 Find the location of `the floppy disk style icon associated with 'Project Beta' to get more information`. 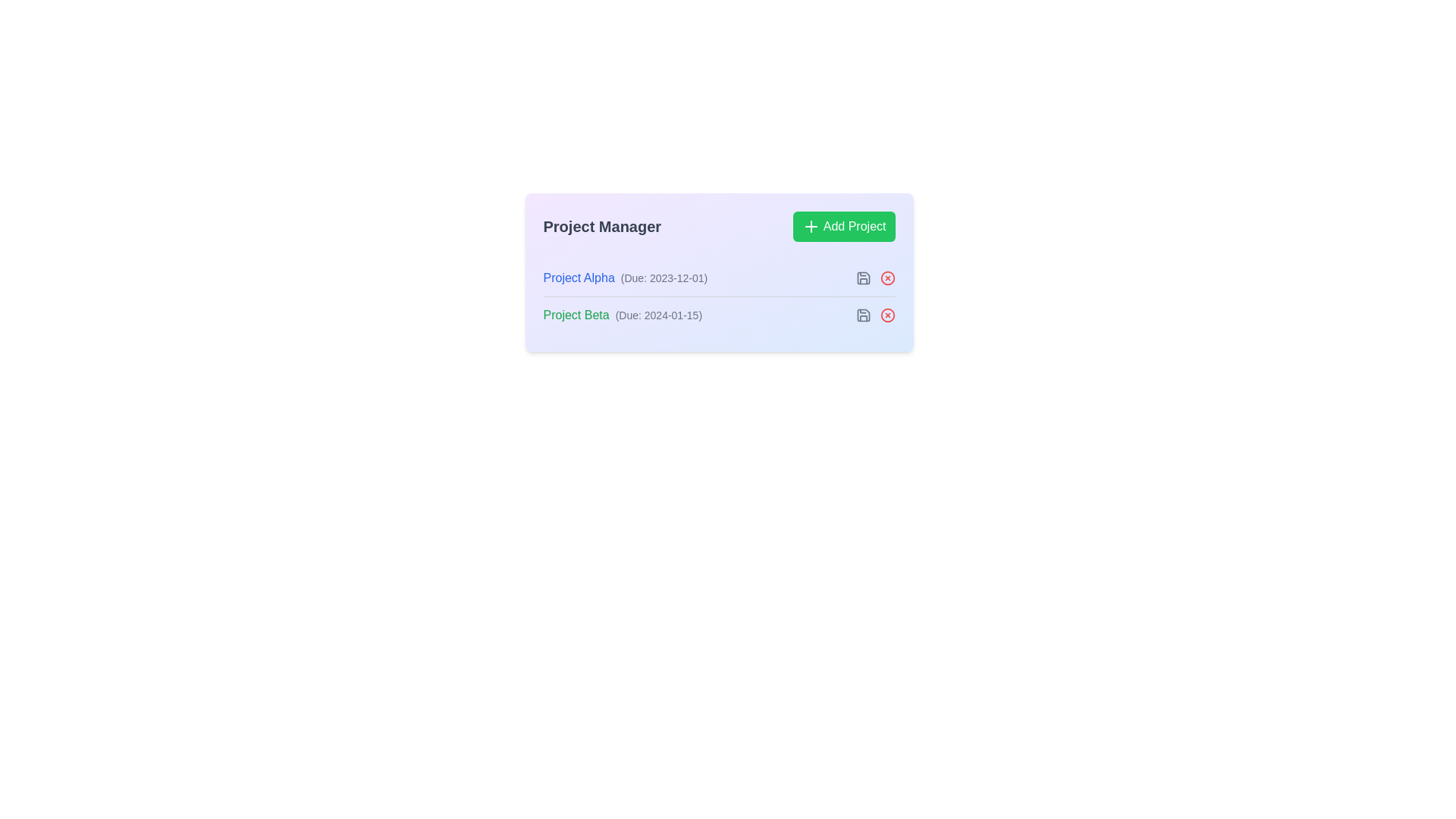

the floppy disk style icon associated with 'Project Beta' to get more information is located at coordinates (863, 278).